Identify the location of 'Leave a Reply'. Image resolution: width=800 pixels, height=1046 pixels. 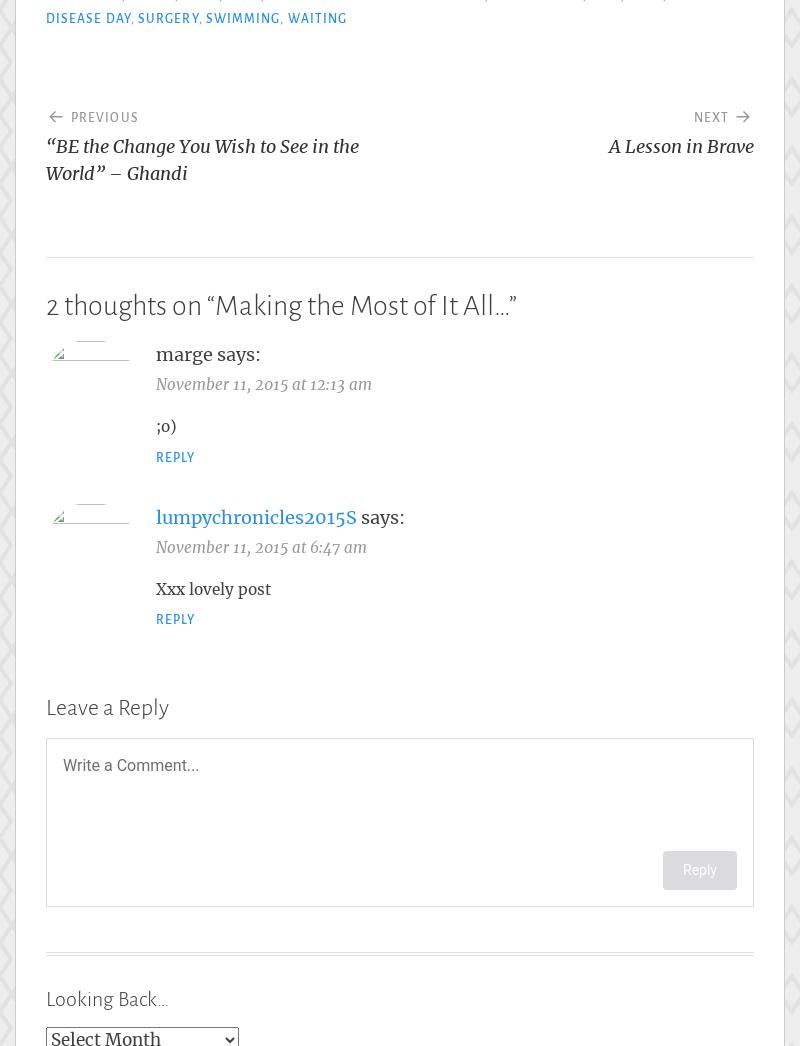
(45, 708).